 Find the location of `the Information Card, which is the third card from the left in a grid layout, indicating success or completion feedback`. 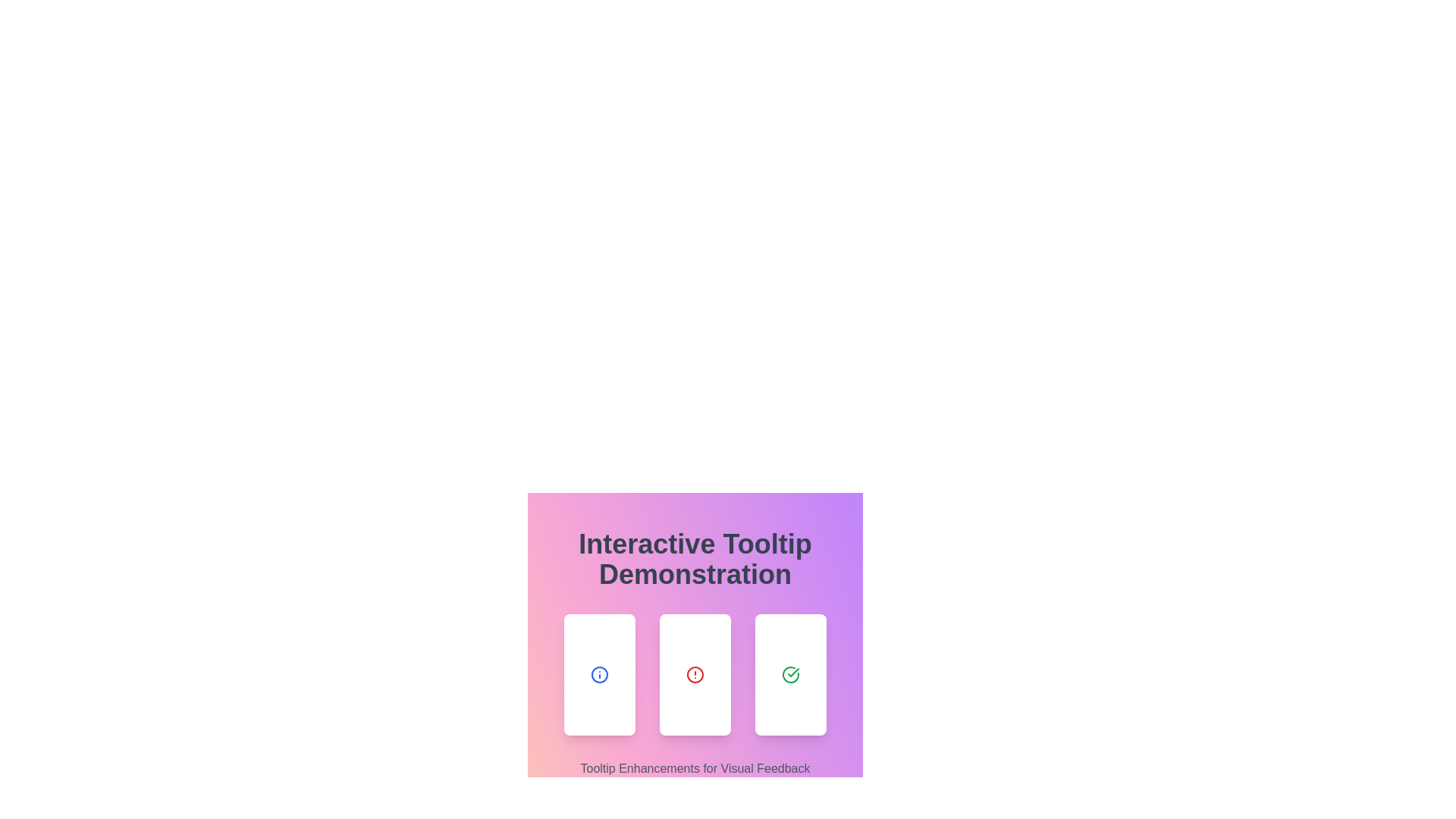

the Information Card, which is the third card from the left in a grid layout, indicating success or completion feedback is located at coordinates (789, 674).